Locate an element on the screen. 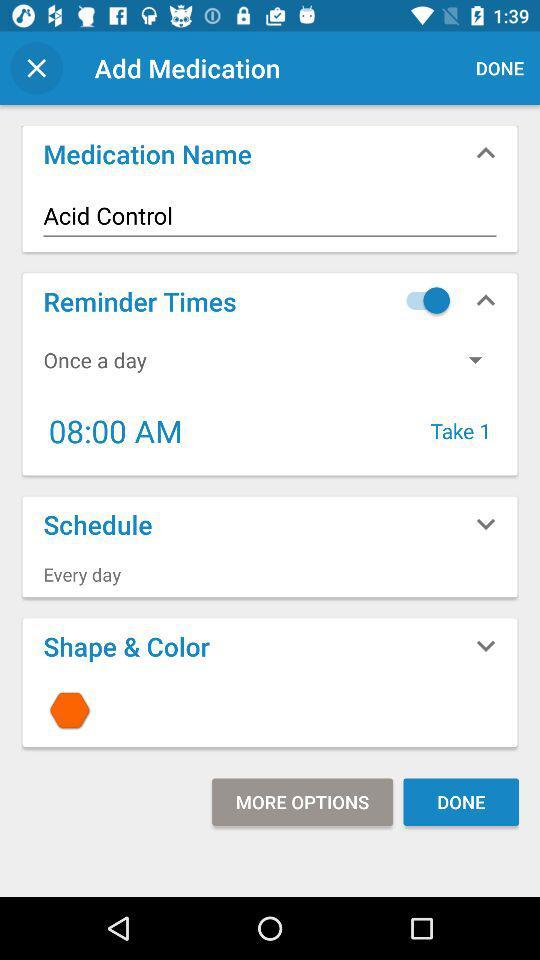  every day item is located at coordinates (270, 574).